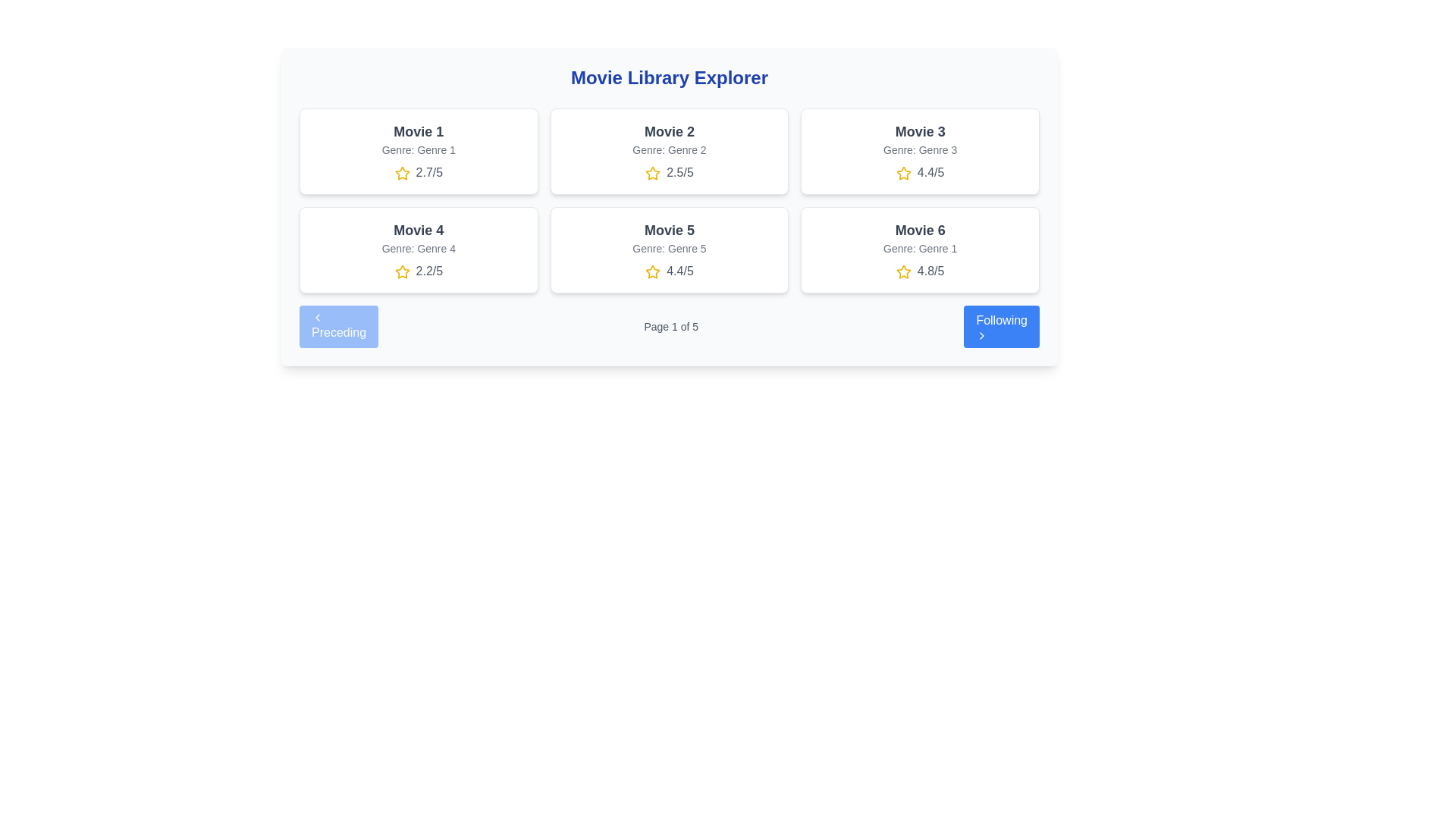  I want to click on the numeric rating text displaying '2.2/5' located below the title 'Movie 4' and adjacent to the yellow star icon in the bottom-left card of the grid layout, so click(428, 270).